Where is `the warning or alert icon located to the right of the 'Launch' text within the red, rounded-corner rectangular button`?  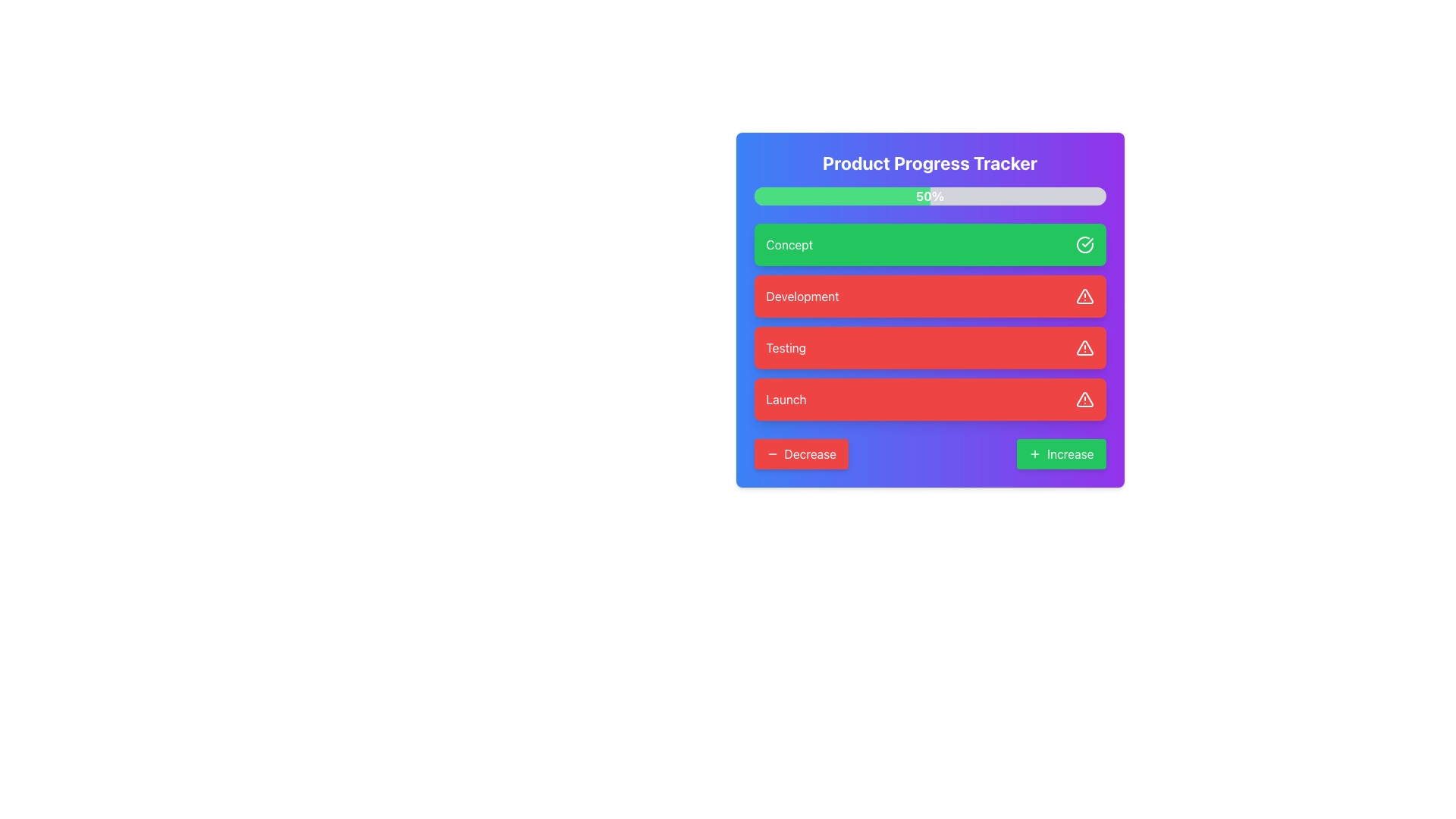
the warning or alert icon located to the right of the 'Launch' text within the red, rounded-corner rectangular button is located at coordinates (1084, 399).